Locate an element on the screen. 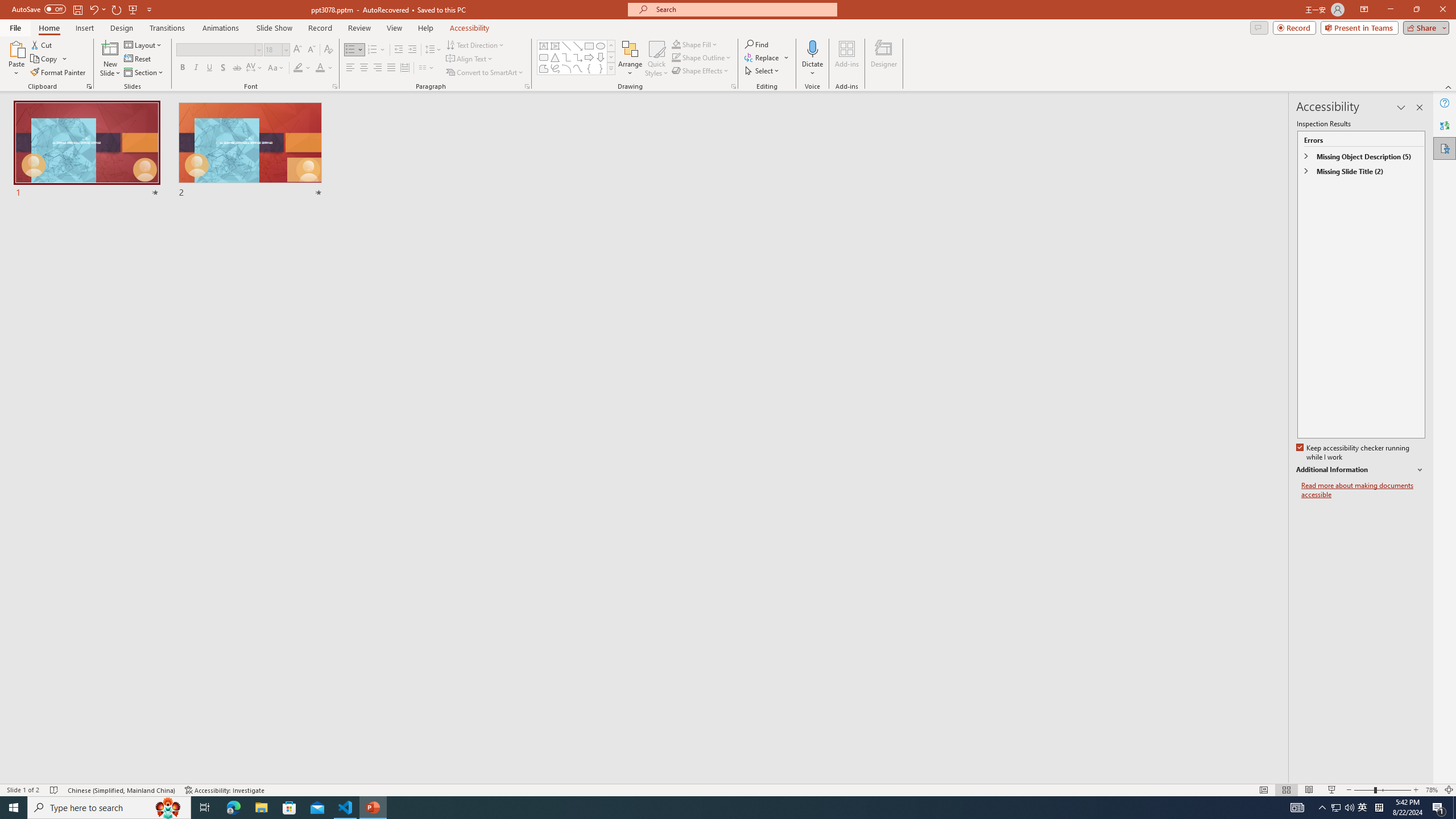  'Additional Information' is located at coordinates (1360, 470).